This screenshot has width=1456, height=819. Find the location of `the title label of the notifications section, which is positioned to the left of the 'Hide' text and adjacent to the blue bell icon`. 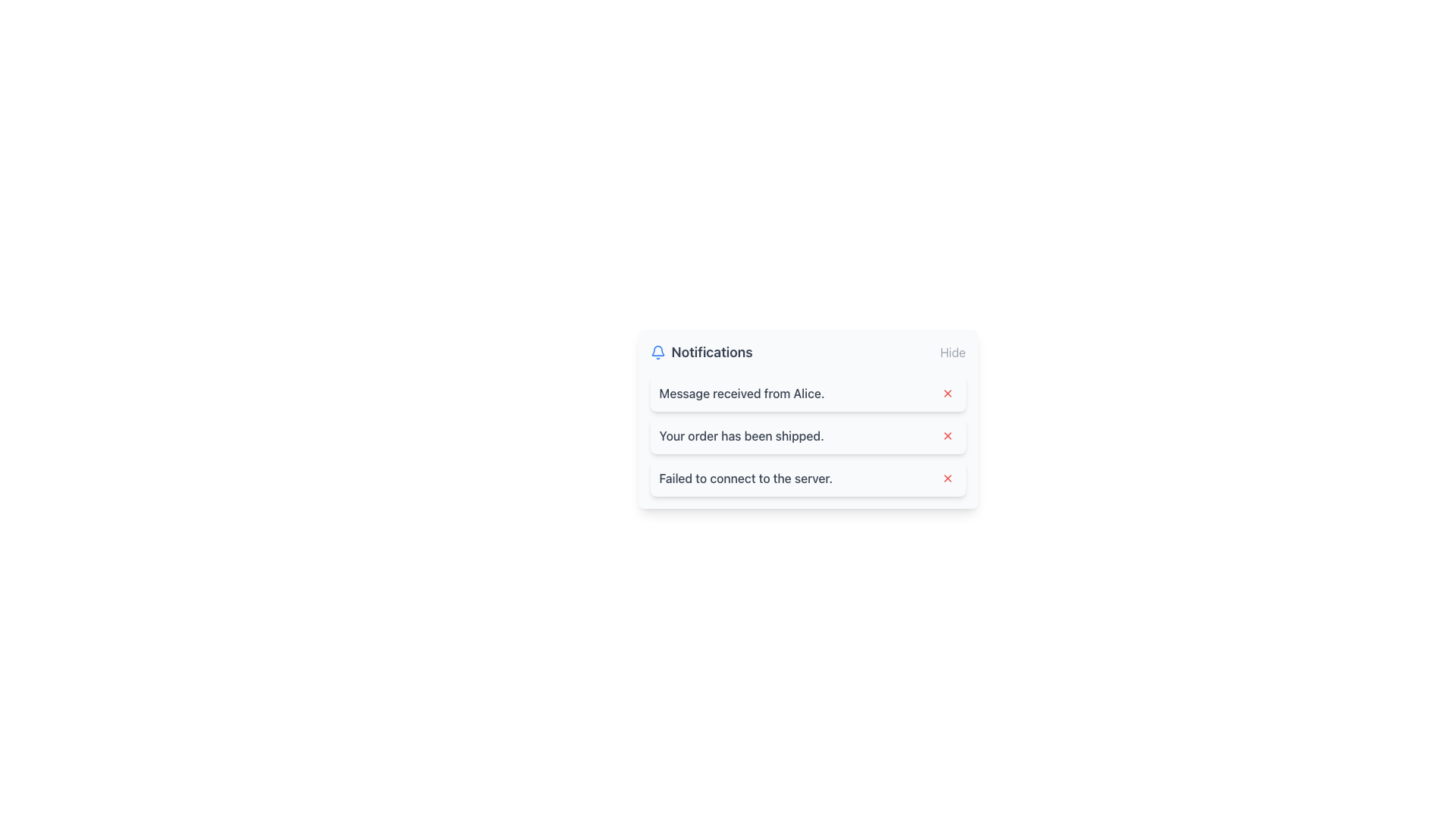

the title label of the notifications section, which is positioned to the left of the 'Hide' text and adjacent to the blue bell icon is located at coordinates (701, 353).